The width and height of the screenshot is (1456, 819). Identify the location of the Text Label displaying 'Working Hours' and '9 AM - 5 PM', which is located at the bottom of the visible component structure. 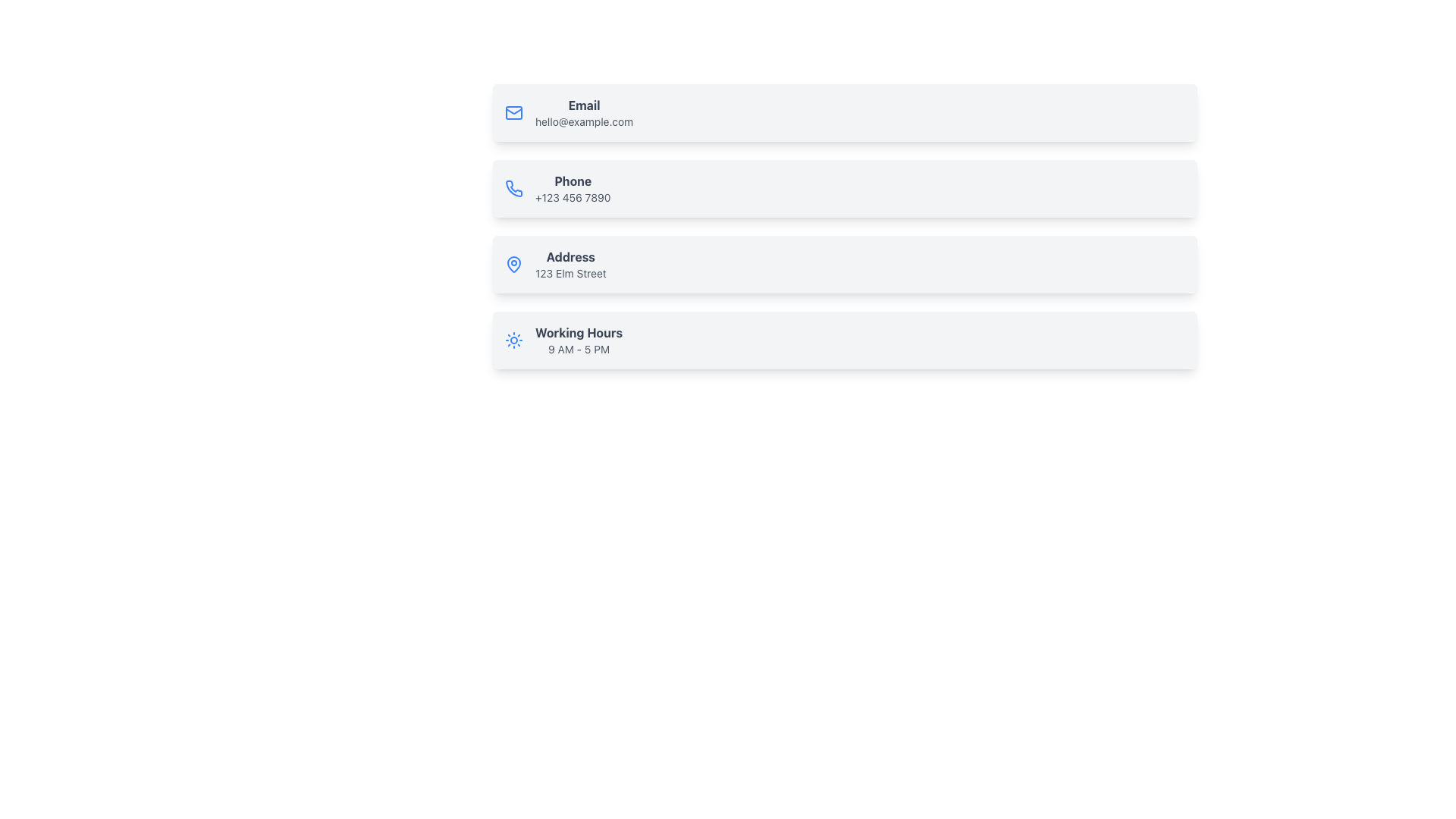
(578, 339).